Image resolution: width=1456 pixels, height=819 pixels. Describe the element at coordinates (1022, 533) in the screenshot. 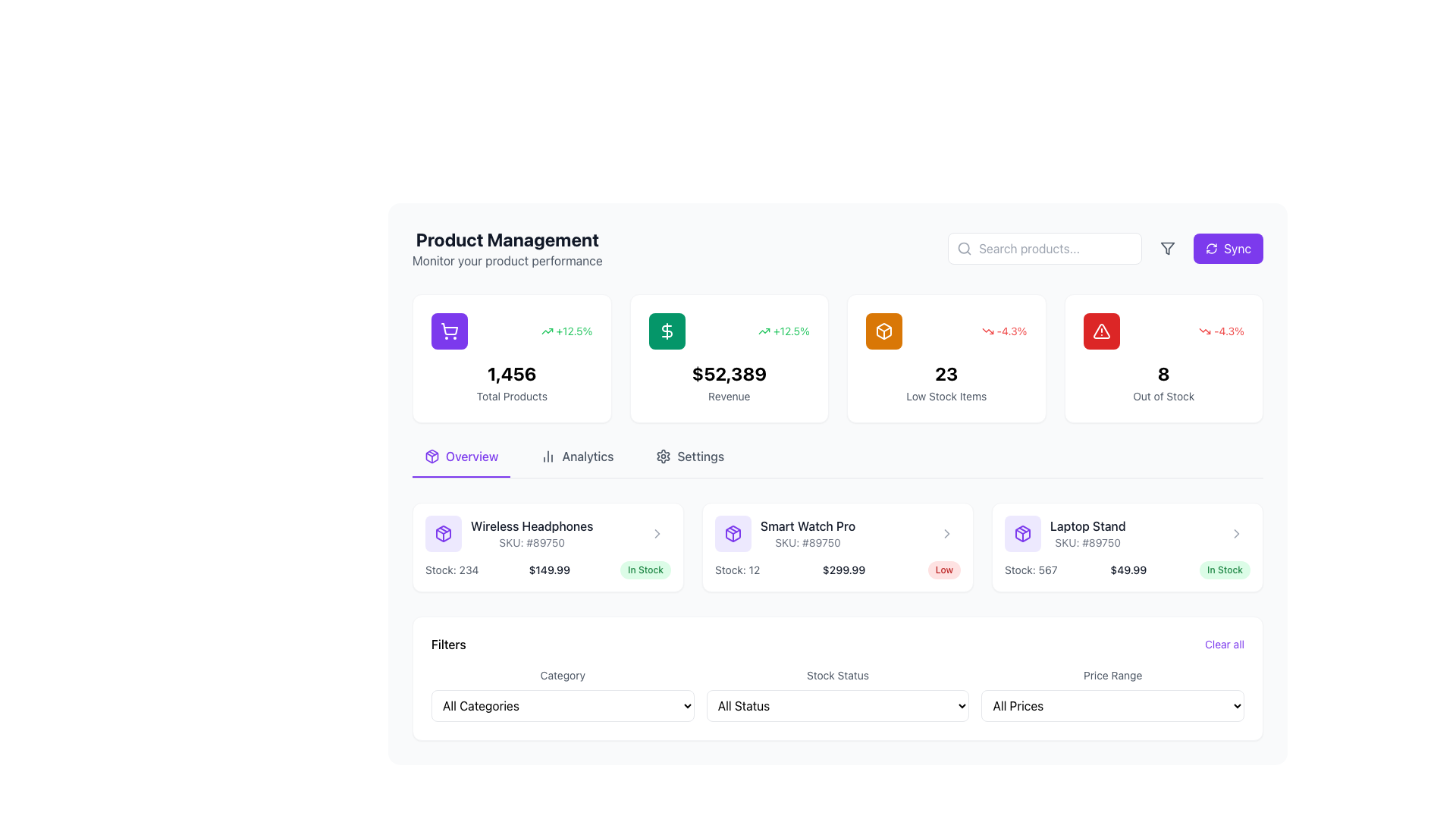

I see `the square icon with a violet background` at that location.